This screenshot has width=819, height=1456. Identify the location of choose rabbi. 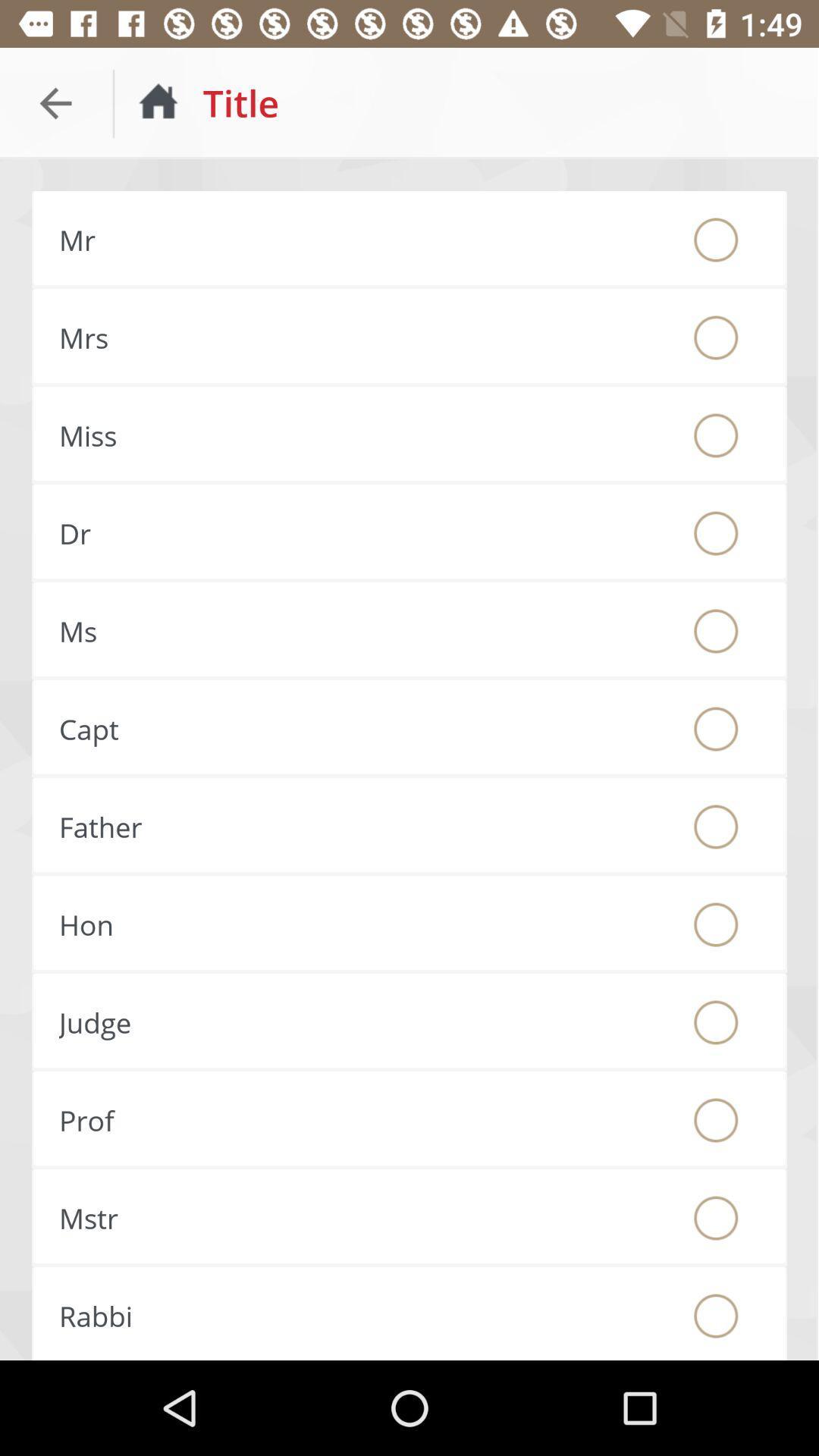
(716, 1315).